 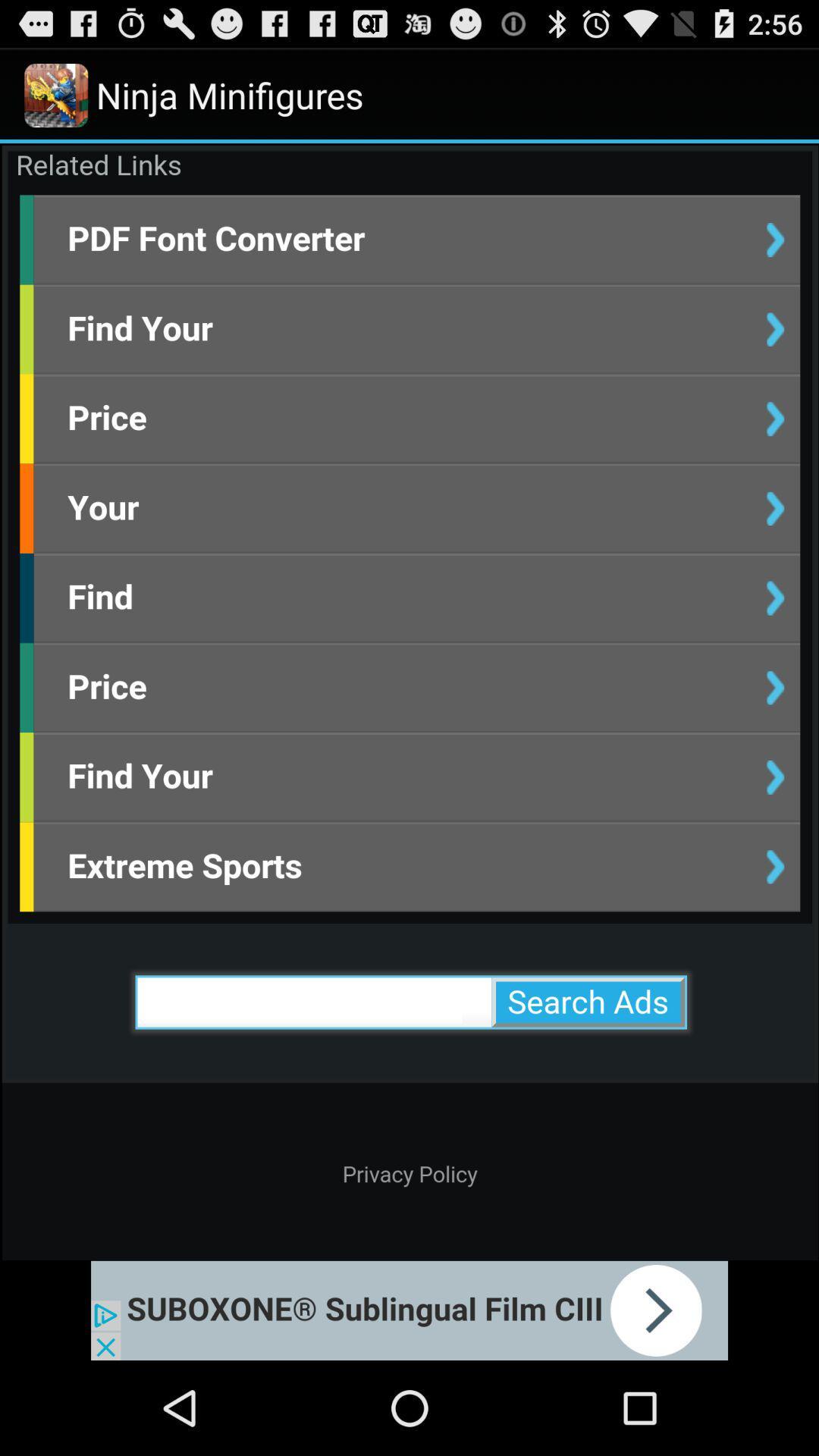 I want to click on click on advertisement, so click(x=409, y=1310).